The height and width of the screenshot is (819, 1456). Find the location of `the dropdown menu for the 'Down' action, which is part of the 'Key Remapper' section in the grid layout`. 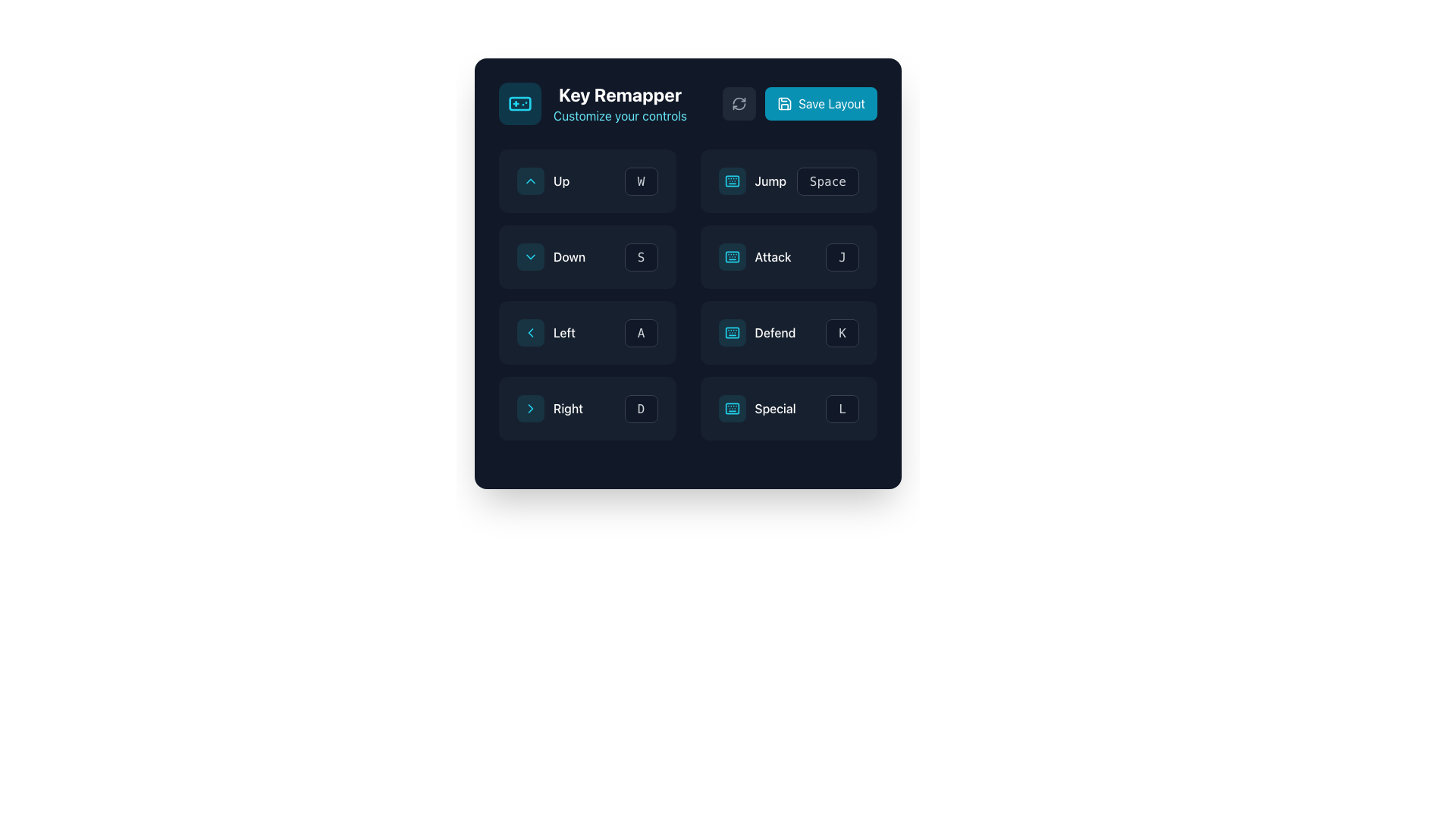

the dropdown menu for the 'Down' action, which is part of the 'Key Remapper' section in the grid layout is located at coordinates (586, 256).